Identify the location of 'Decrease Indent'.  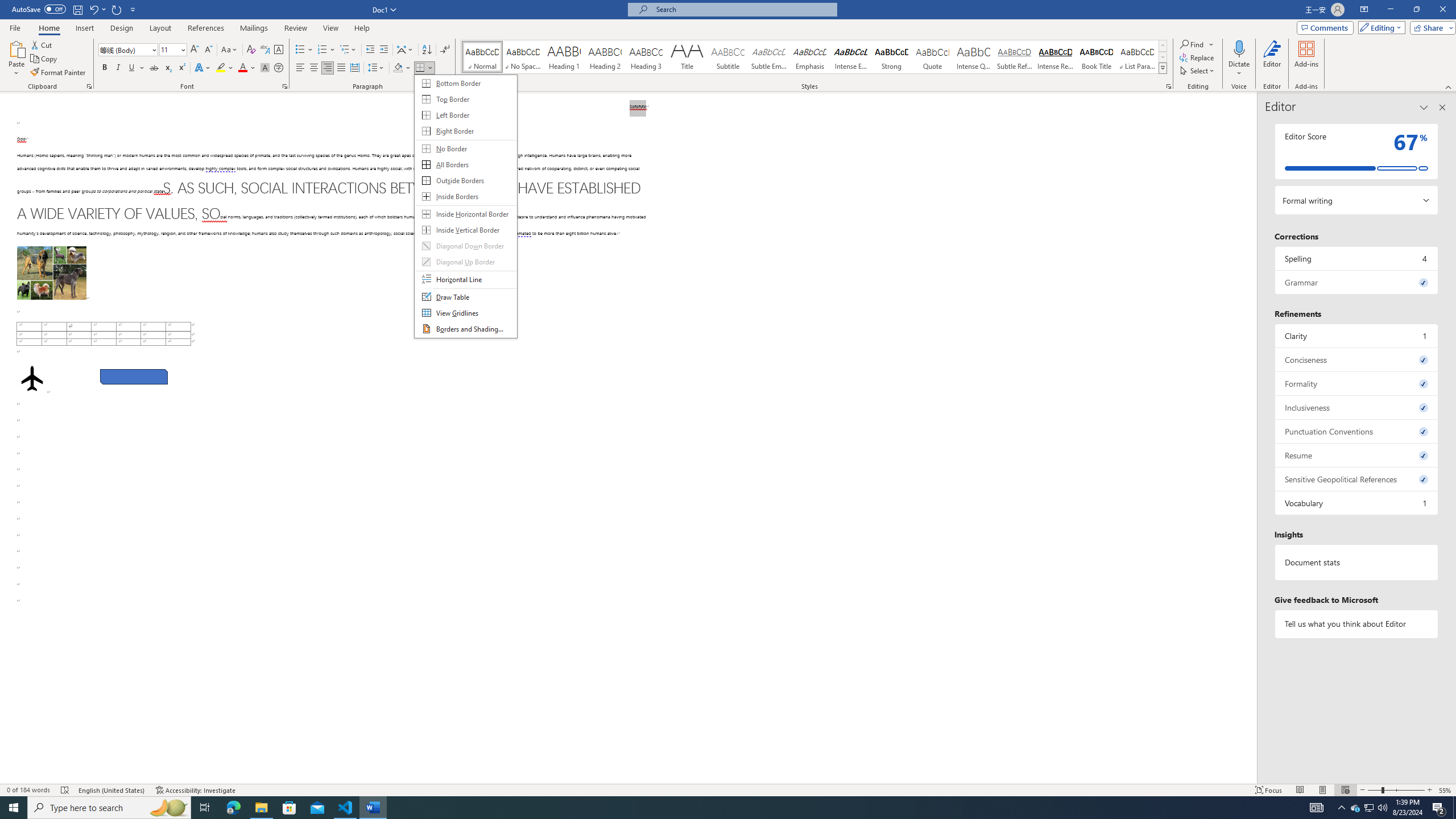
(370, 49).